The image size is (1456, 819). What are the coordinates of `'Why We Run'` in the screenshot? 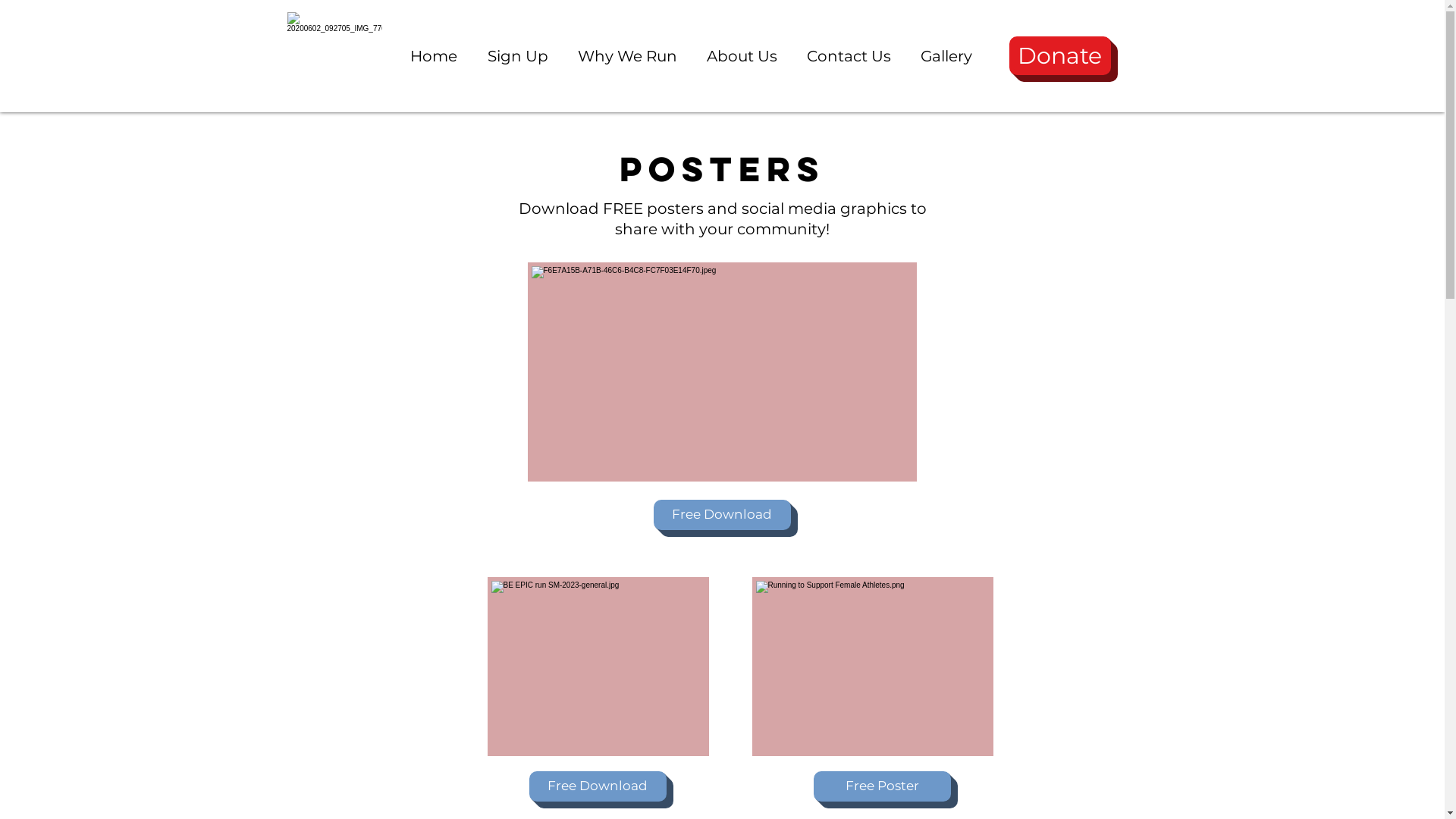 It's located at (629, 46).